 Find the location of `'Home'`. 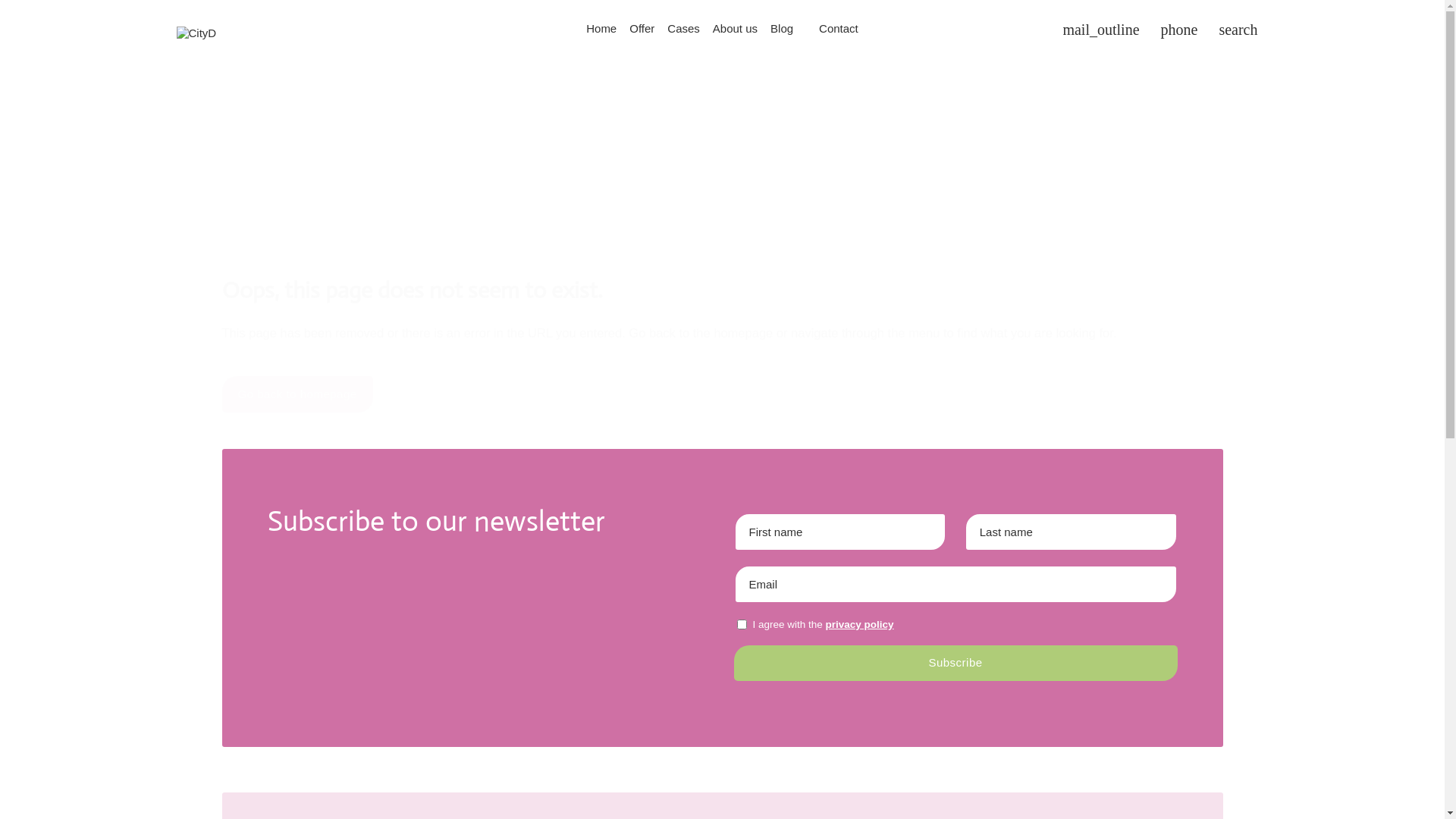

'Home' is located at coordinates (579, 28).